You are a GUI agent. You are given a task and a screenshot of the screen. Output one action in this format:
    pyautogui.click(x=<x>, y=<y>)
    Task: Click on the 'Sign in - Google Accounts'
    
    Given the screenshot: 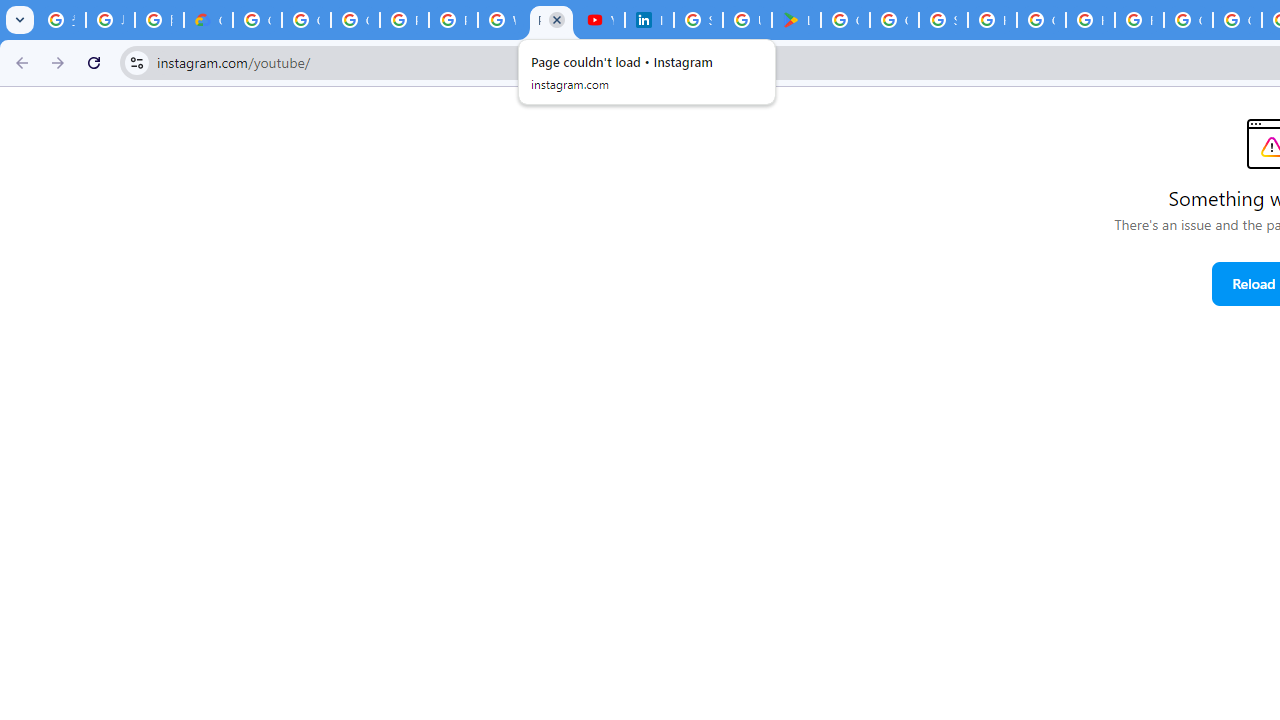 What is the action you would take?
    pyautogui.click(x=698, y=20)
    